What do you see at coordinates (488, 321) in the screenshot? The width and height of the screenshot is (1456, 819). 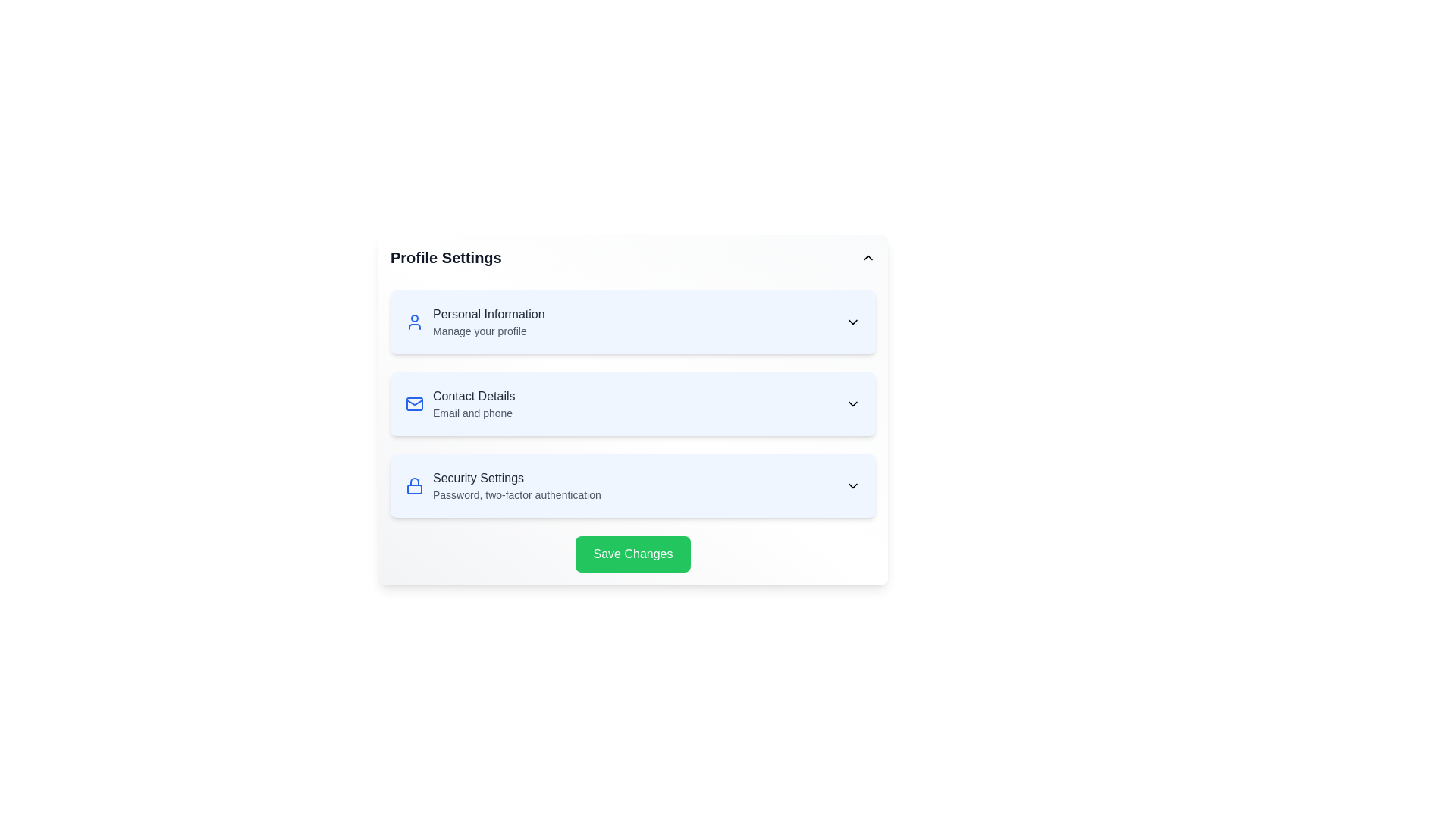 I see `the 'Personal Information' header text` at bounding box center [488, 321].